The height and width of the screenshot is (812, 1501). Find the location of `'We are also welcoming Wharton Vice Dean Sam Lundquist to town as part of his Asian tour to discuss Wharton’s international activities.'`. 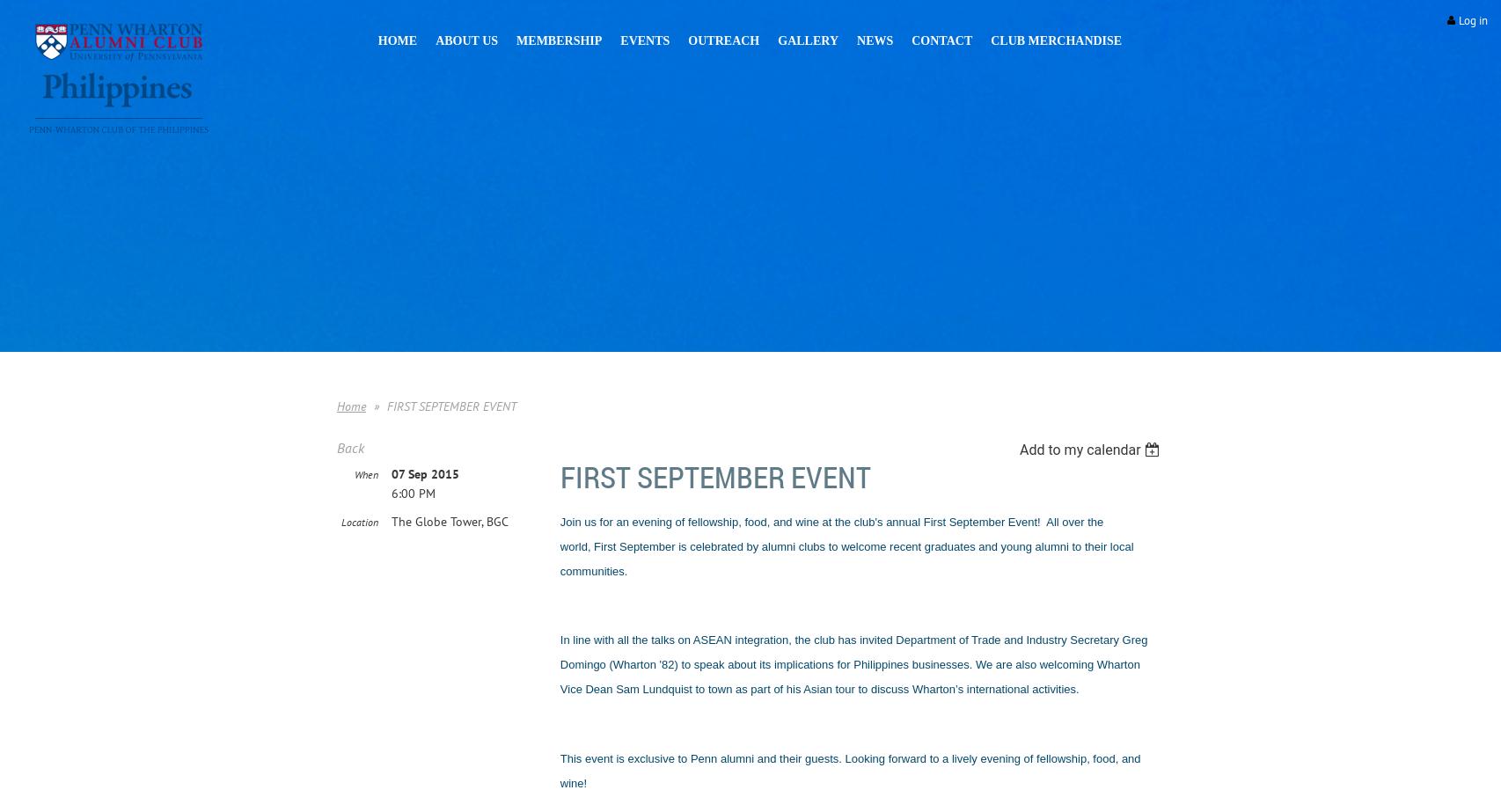

'We are also welcoming Wharton Vice Dean Sam Lundquist to town as part of his Asian tour to discuss Wharton’s international activities.' is located at coordinates (558, 676).